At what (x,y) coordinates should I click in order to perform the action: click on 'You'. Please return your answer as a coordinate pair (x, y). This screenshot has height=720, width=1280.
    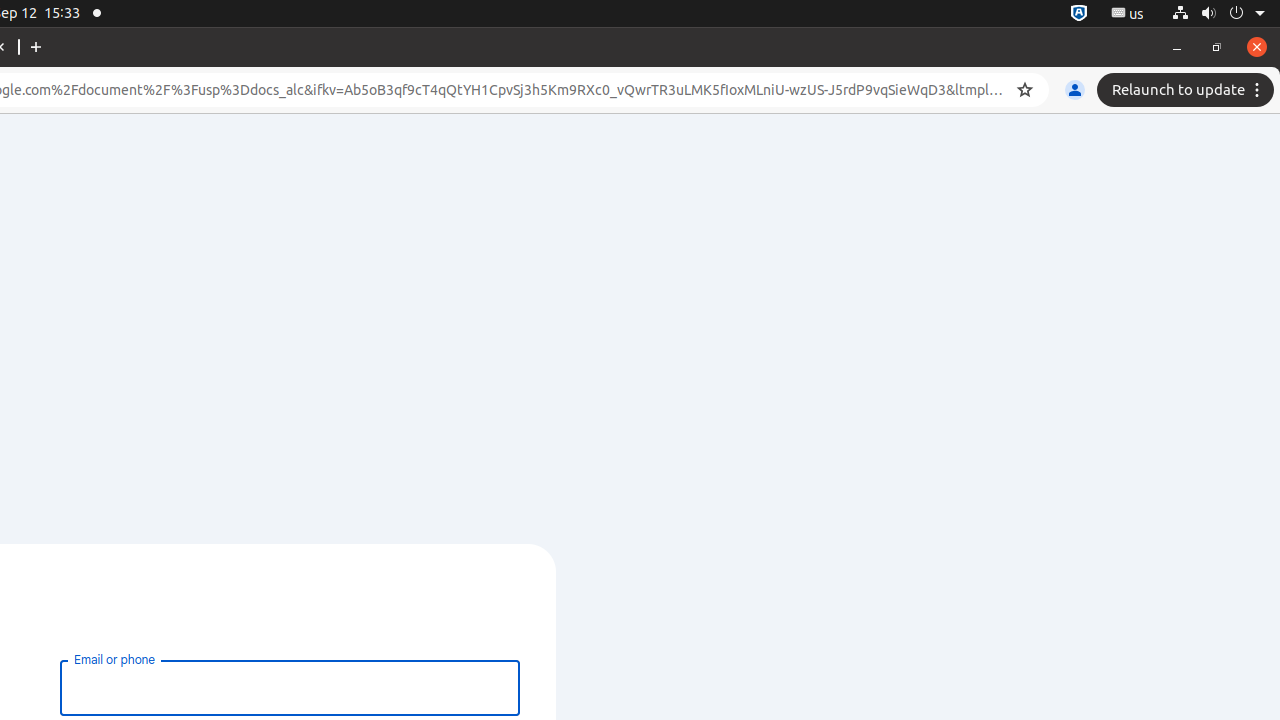
    Looking at the image, I should click on (1073, 90).